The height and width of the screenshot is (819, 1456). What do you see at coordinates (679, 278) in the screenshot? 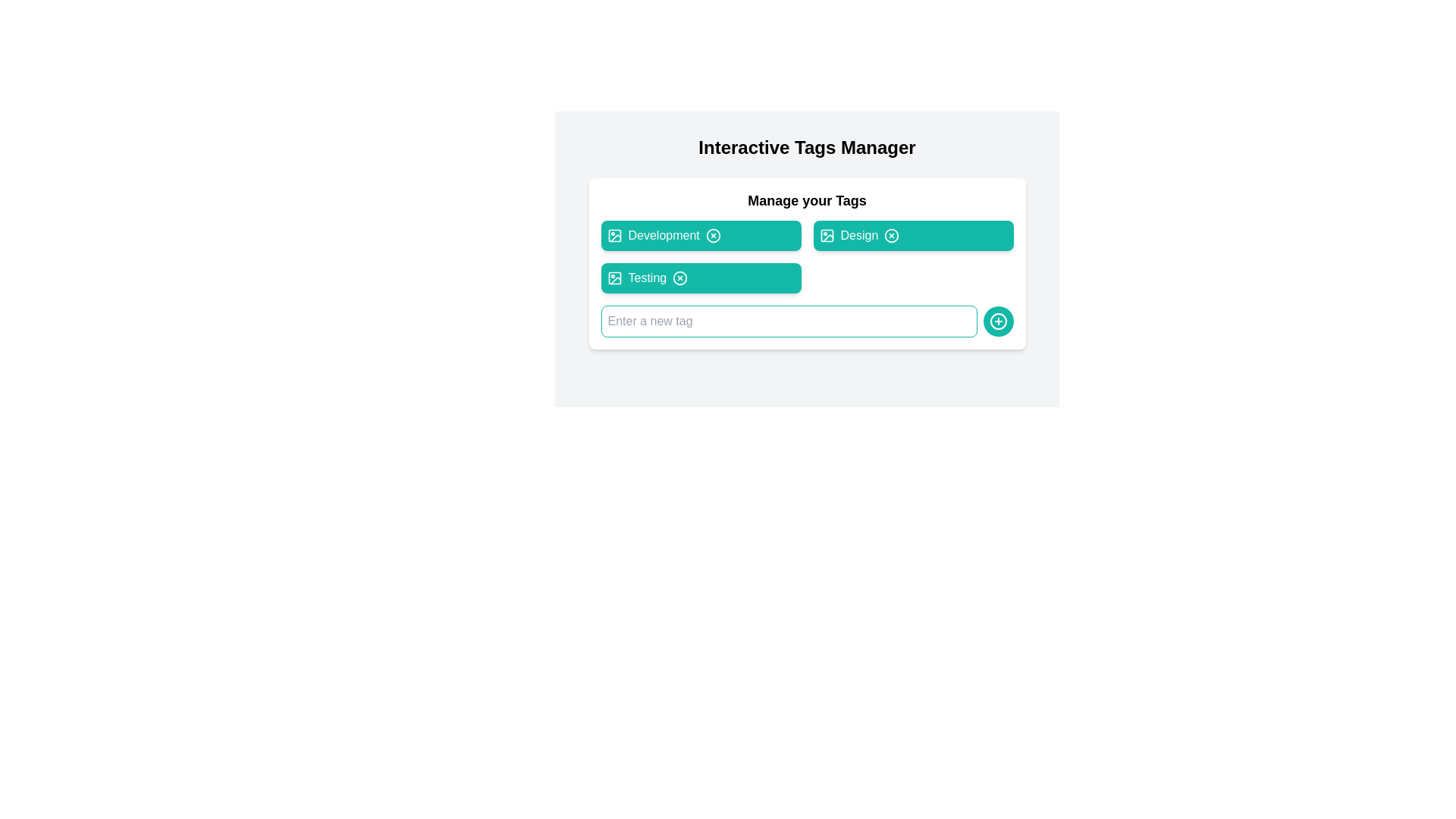
I see `the circular icon button with a cross ('X') symbol in the center` at bounding box center [679, 278].